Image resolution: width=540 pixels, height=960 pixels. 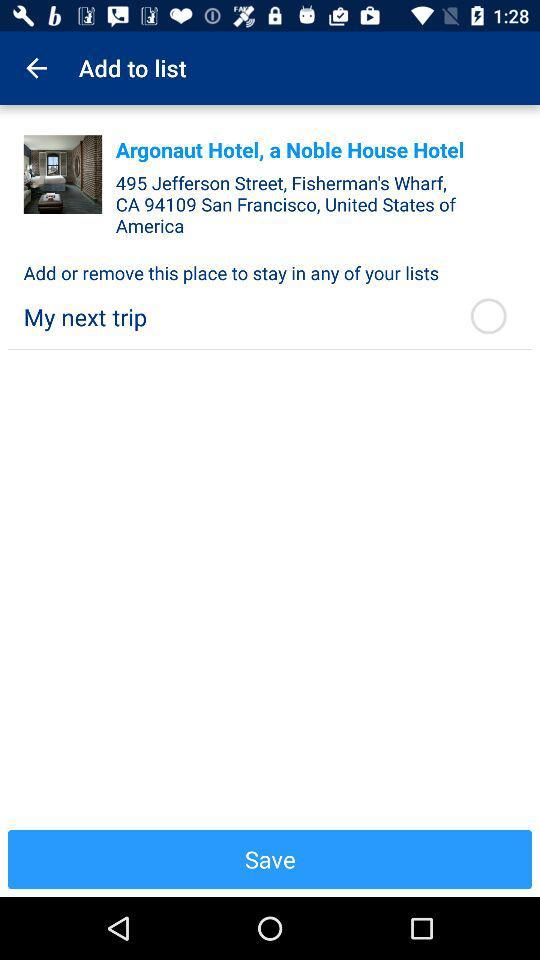 I want to click on my next trip app, so click(x=233, y=317).